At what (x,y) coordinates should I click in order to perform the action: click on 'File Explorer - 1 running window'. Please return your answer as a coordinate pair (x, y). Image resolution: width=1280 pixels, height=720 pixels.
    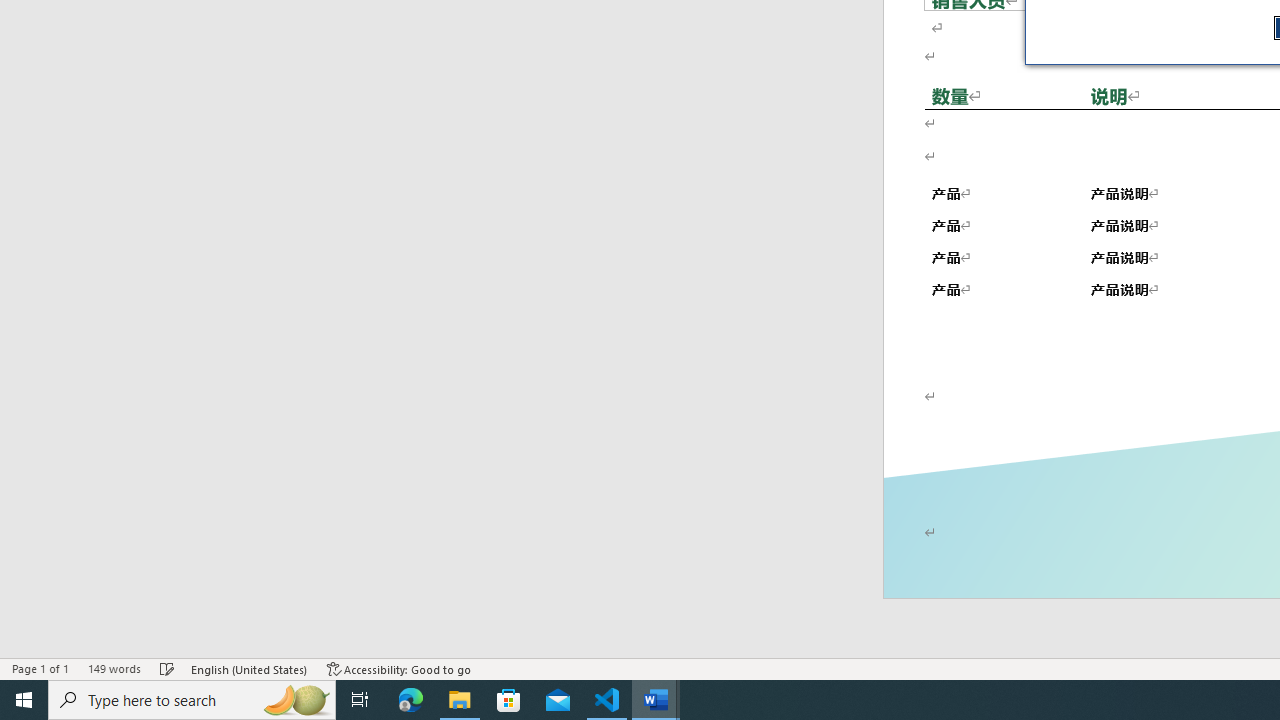
    Looking at the image, I should click on (459, 698).